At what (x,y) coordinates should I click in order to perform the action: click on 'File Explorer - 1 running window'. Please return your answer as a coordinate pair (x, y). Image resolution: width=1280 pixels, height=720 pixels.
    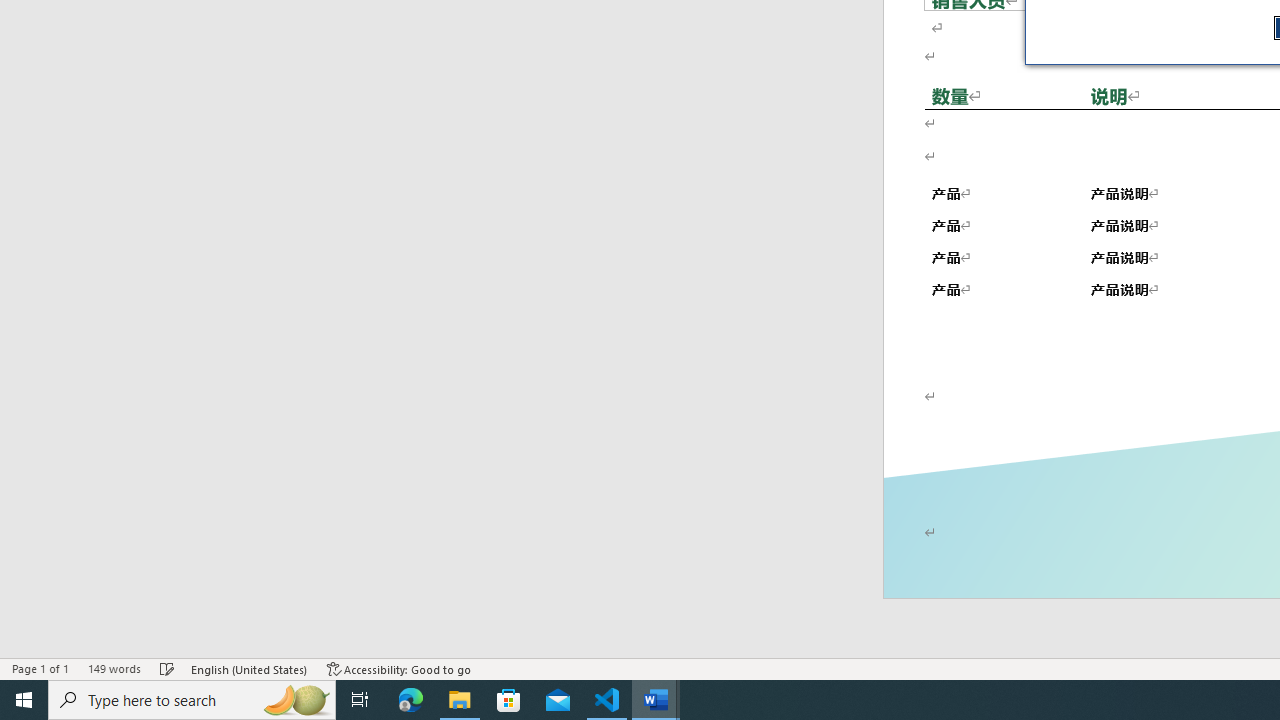
    Looking at the image, I should click on (459, 698).